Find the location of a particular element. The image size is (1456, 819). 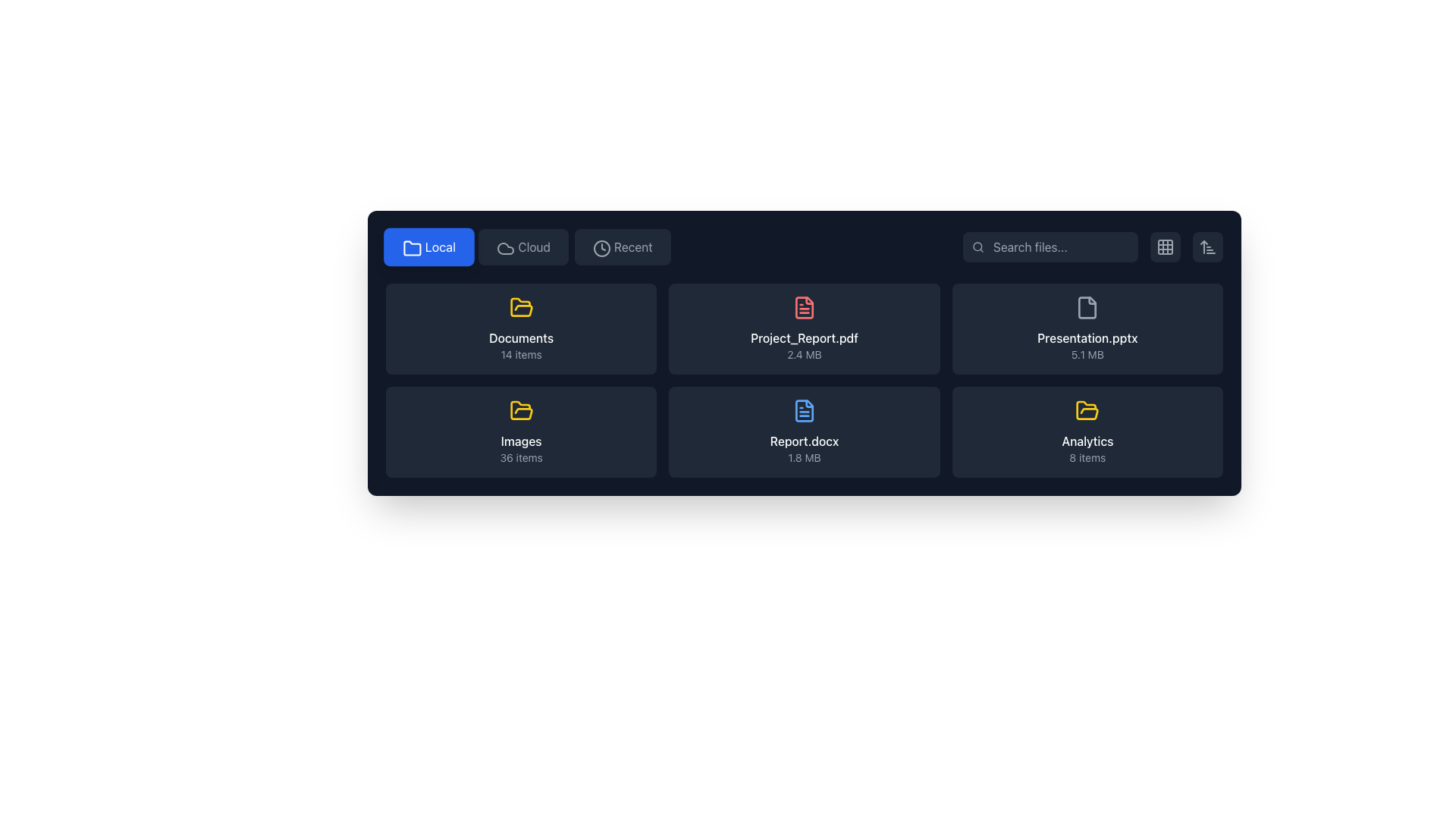

the cloud-shaped icon that is part of the 'Cloud' button, located to the left of the 'Cloud' label in the top-center portion of the interface is located at coordinates (504, 246).